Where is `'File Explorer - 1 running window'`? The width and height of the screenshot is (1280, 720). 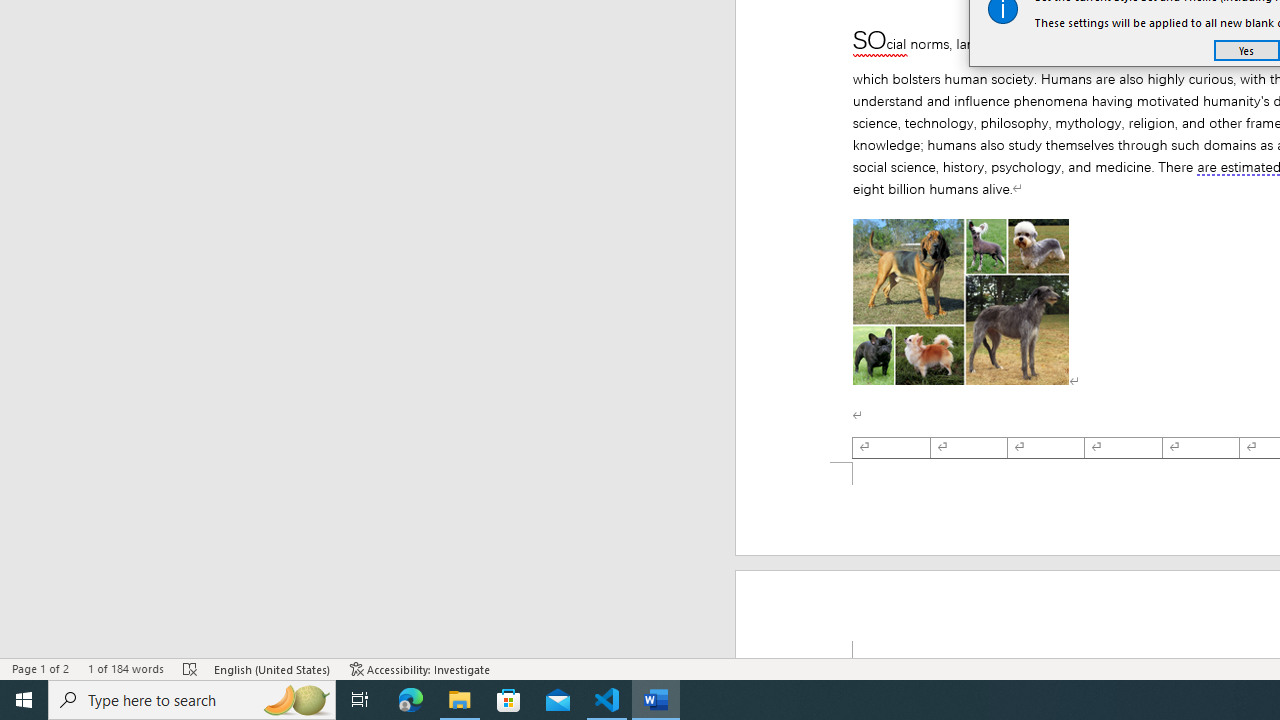
'File Explorer - 1 running window' is located at coordinates (459, 698).